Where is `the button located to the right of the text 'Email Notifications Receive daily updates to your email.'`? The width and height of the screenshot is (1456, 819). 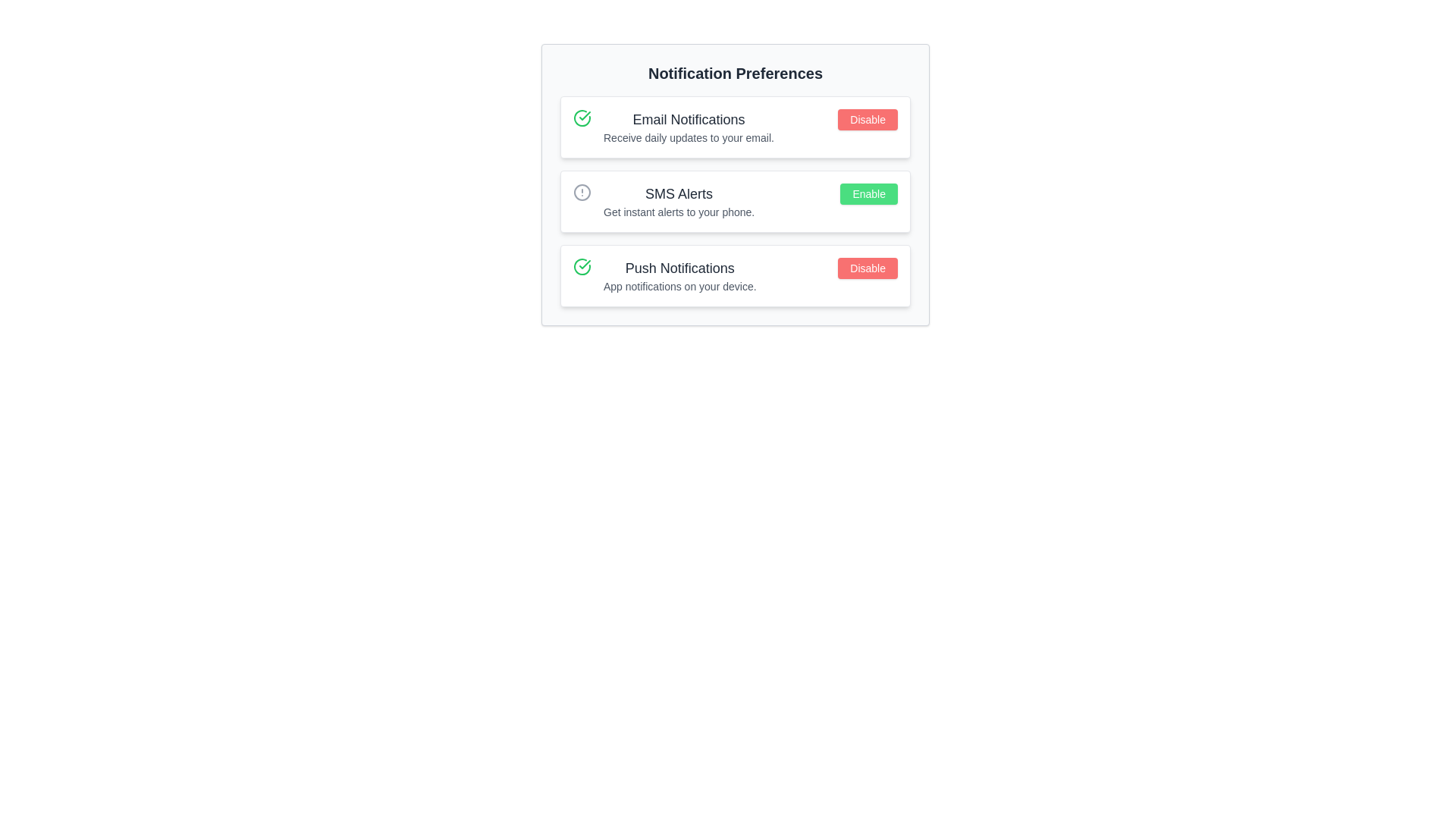 the button located to the right of the text 'Email Notifications Receive daily updates to your email.' is located at coordinates (868, 119).